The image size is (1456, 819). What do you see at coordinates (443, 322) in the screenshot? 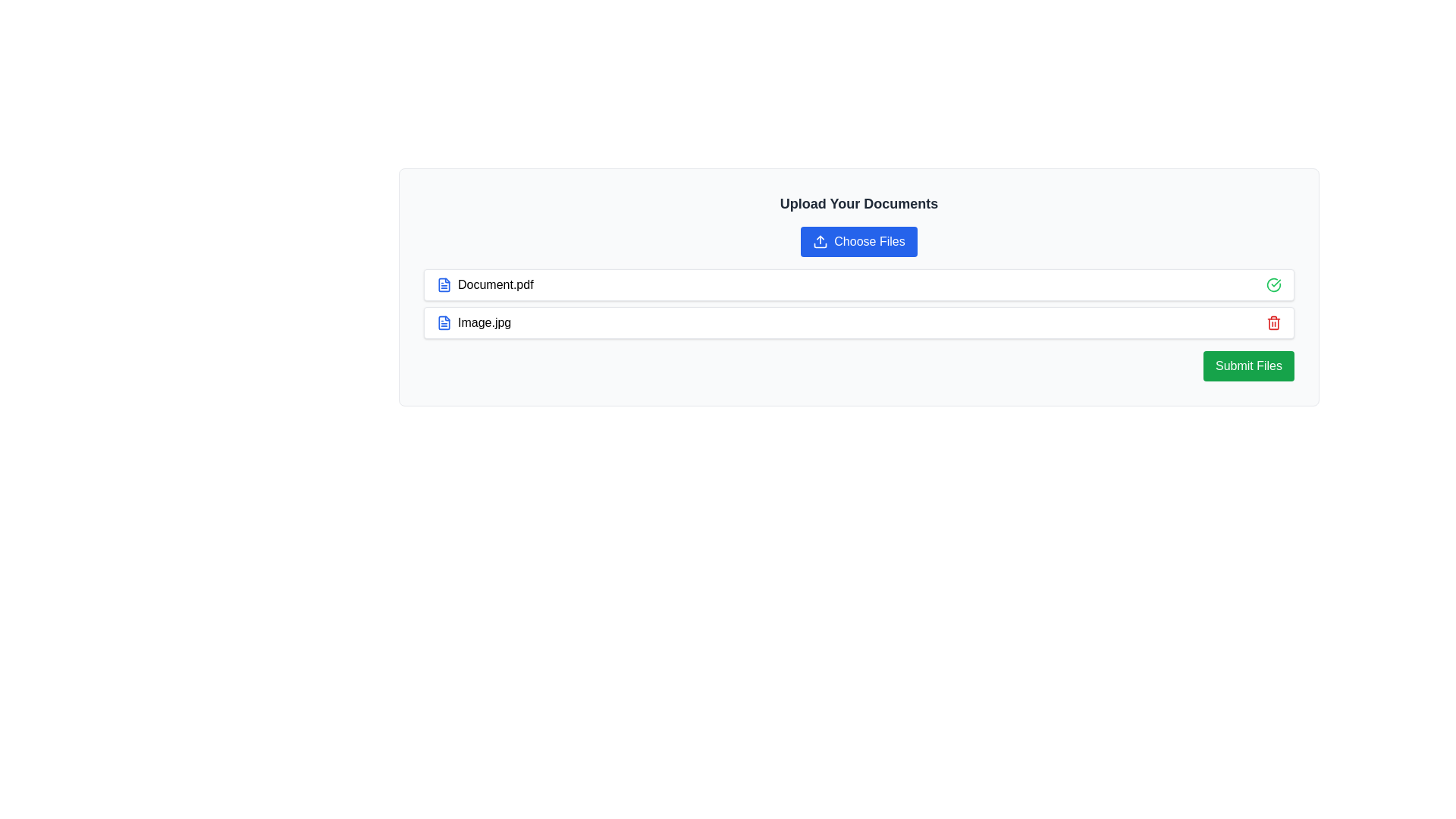
I see `the document icon with a folded corner, which is styled with a thin blue stroke and is part of a document-related symbol set, located towards the middle-right of the user interface` at bounding box center [443, 322].